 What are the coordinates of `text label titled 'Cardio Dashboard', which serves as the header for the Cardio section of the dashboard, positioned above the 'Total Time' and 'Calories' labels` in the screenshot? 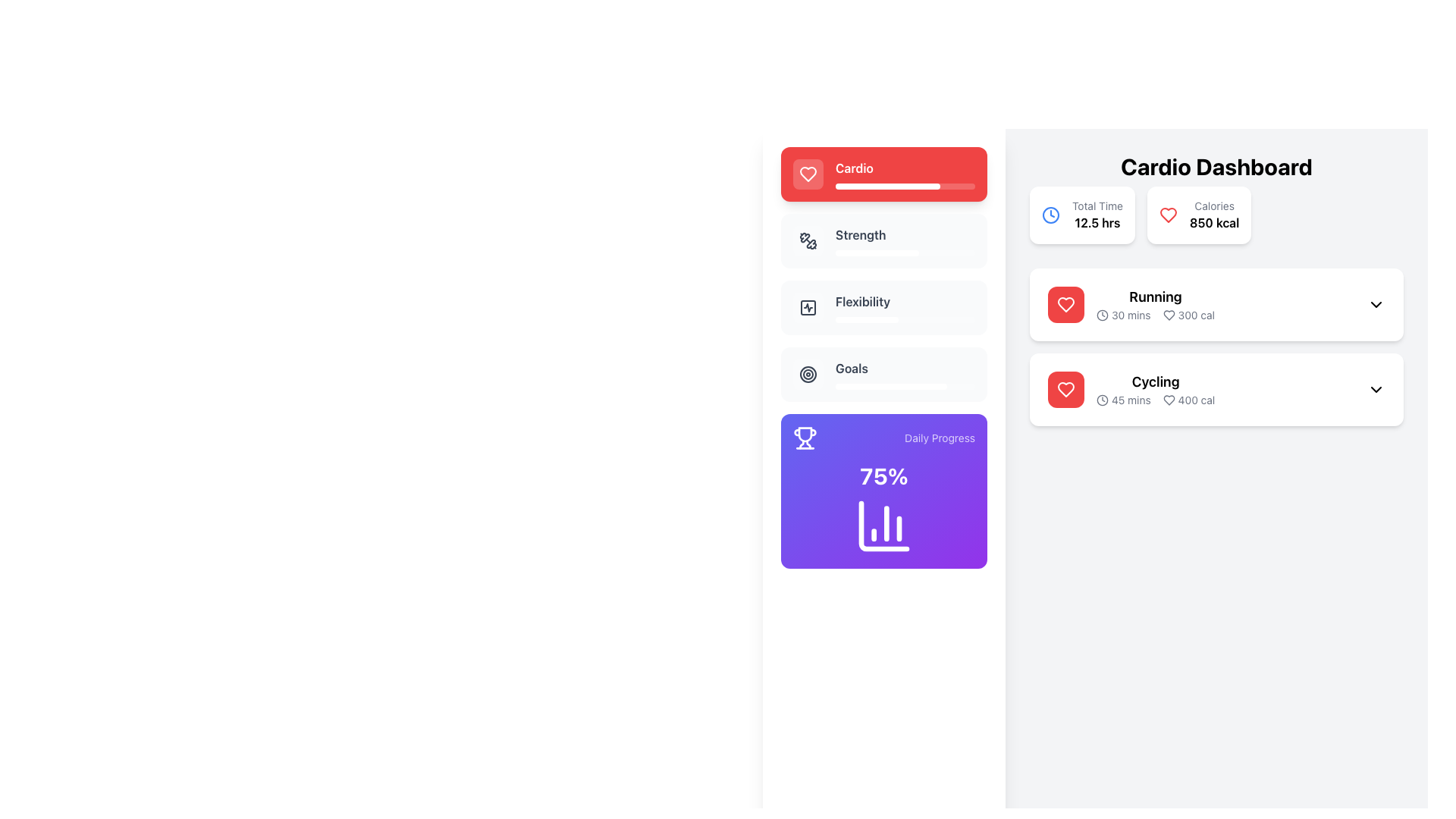 It's located at (1216, 166).